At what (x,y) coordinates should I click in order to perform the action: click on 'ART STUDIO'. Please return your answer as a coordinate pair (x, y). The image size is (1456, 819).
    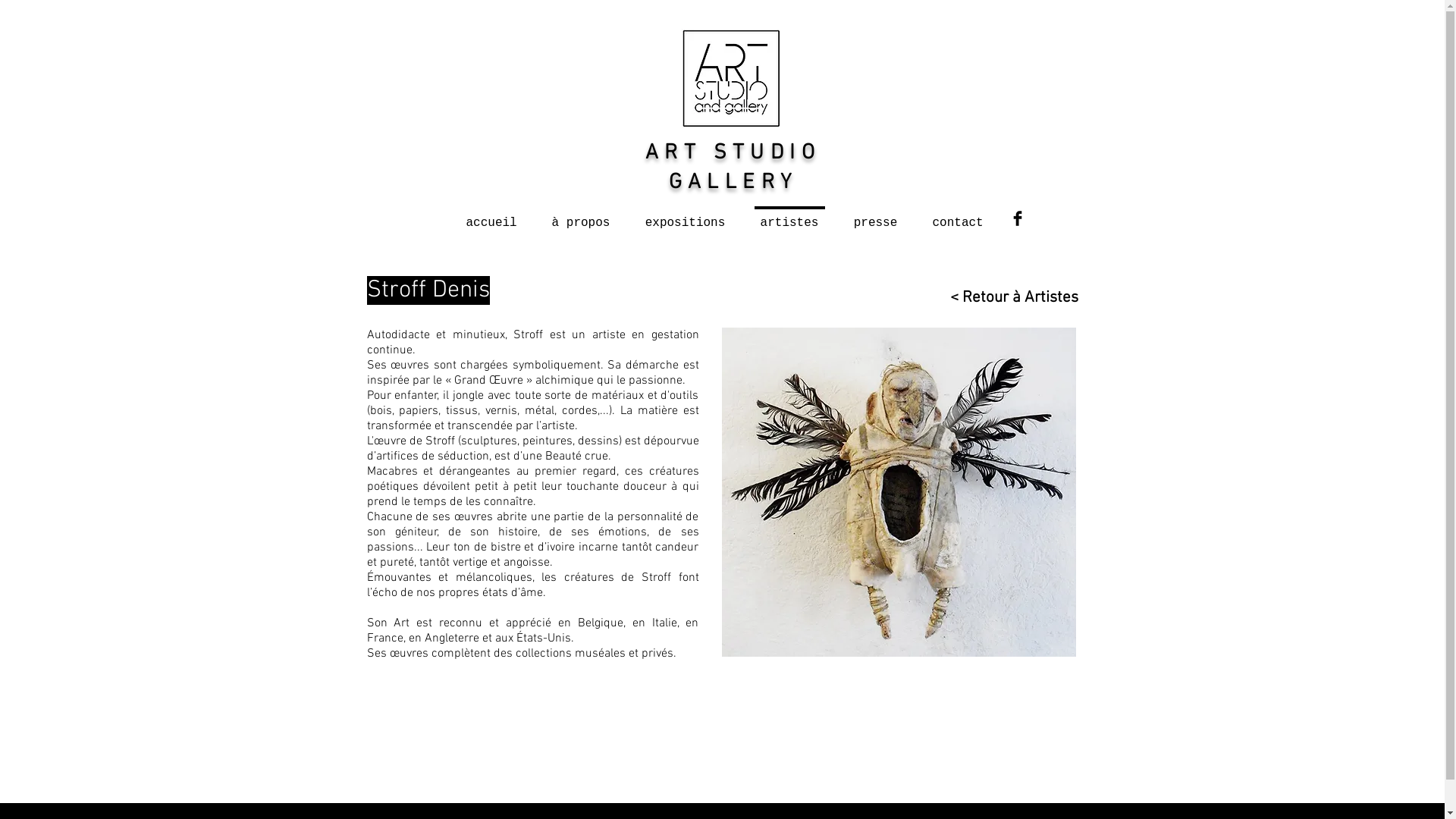
    Looking at the image, I should click on (733, 152).